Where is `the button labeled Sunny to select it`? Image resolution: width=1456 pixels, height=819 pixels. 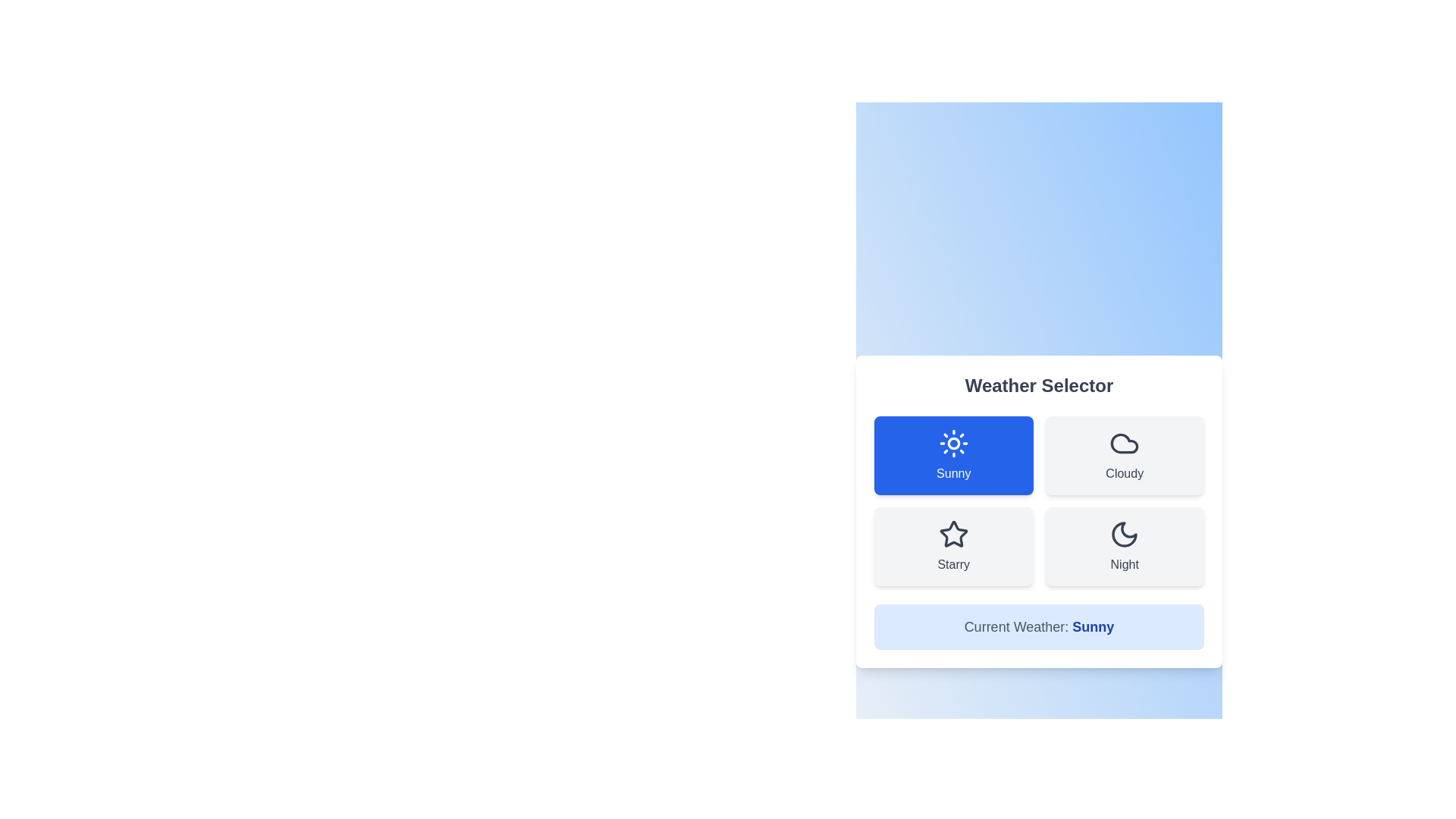 the button labeled Sunny to select it is located at coordinates (952, 455).